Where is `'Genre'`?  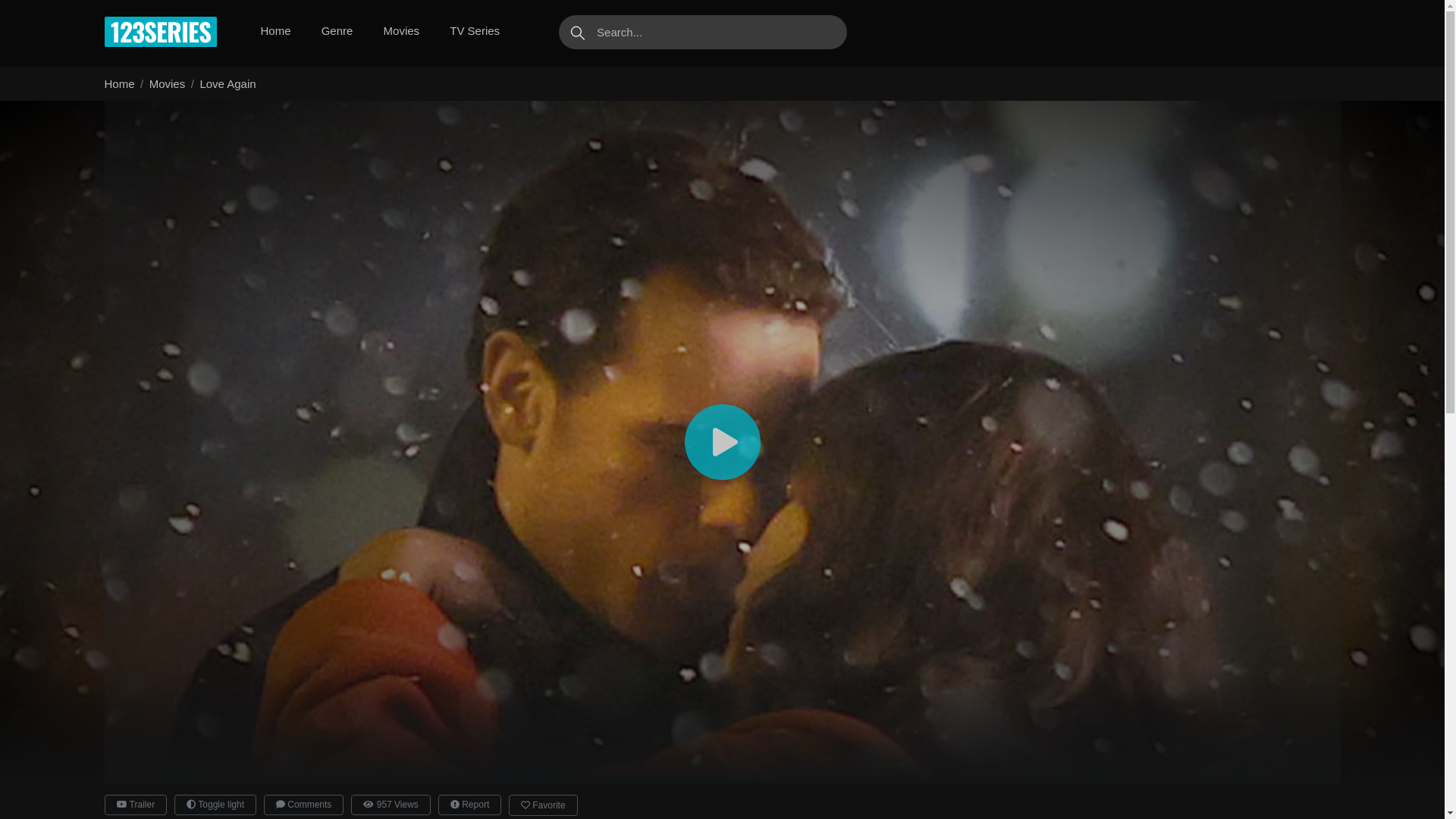
'Genre' is located at coordinates (315, 31).